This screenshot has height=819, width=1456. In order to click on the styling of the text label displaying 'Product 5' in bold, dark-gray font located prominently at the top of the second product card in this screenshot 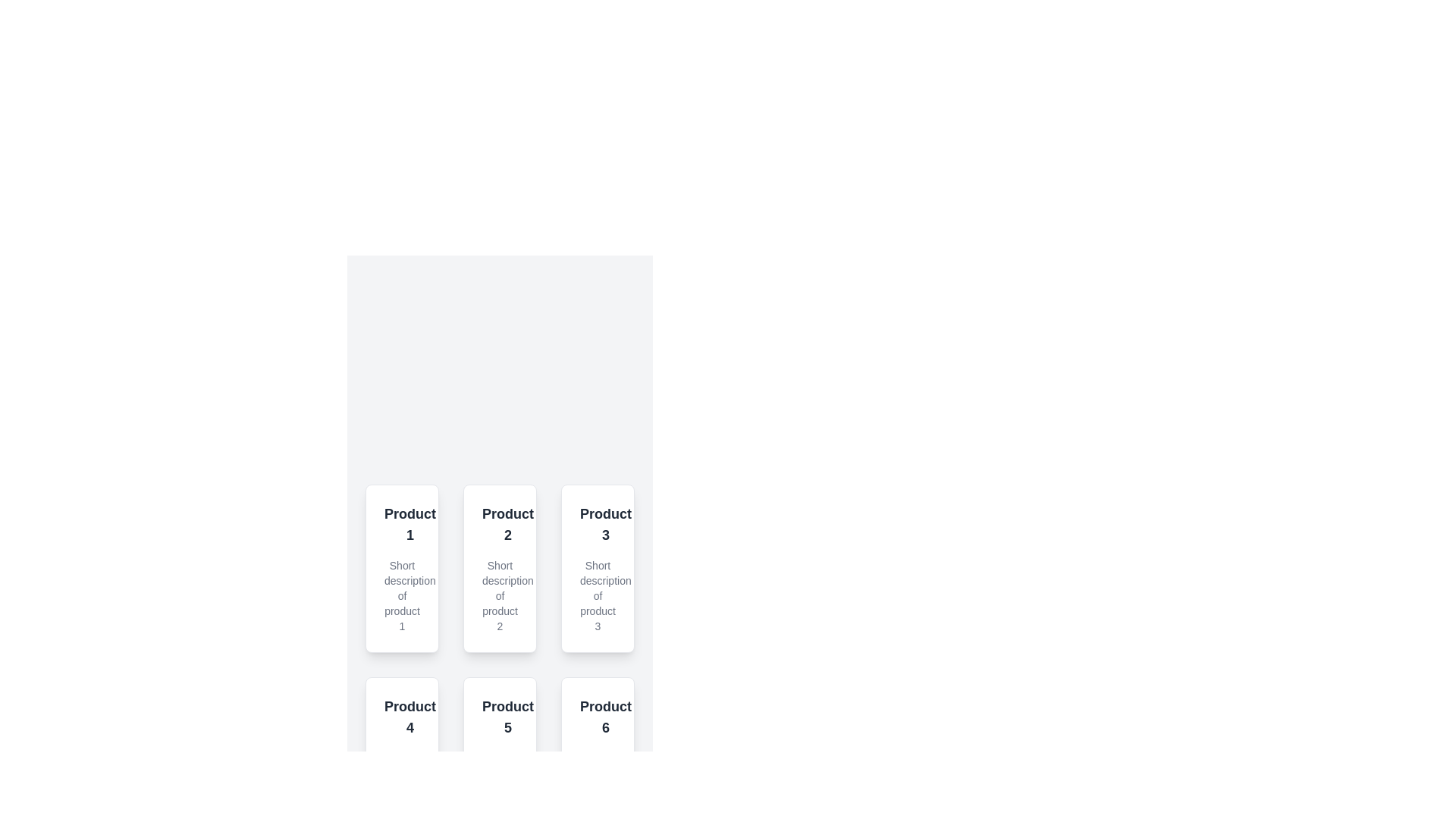, I will do `click(500, 717)`.